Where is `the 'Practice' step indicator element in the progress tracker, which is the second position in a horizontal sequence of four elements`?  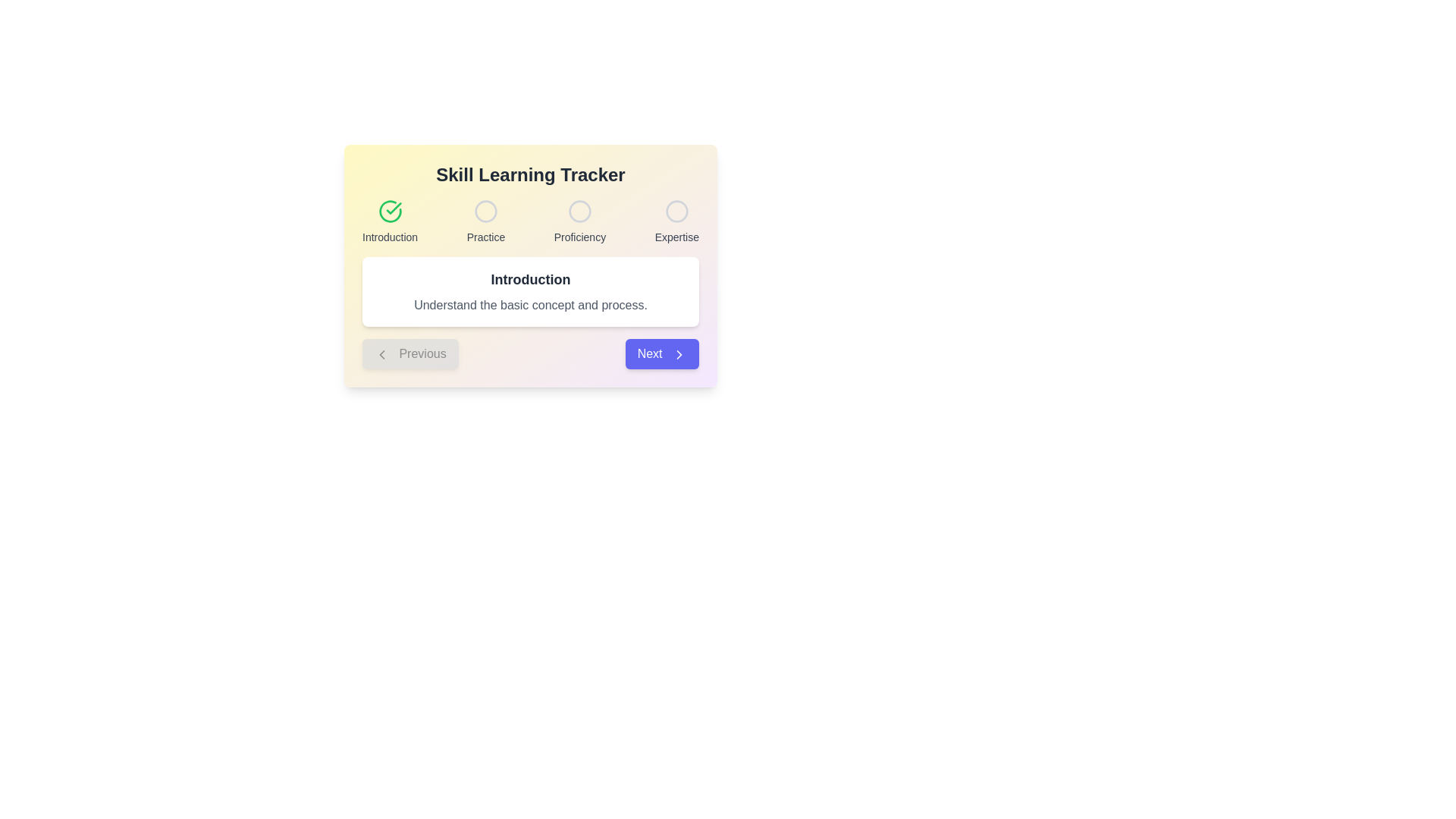 the 'Practice' step indicator element in the progress tracker, which is the second position in a horizontal sequence of four elements is located at coordinates (485, 222).